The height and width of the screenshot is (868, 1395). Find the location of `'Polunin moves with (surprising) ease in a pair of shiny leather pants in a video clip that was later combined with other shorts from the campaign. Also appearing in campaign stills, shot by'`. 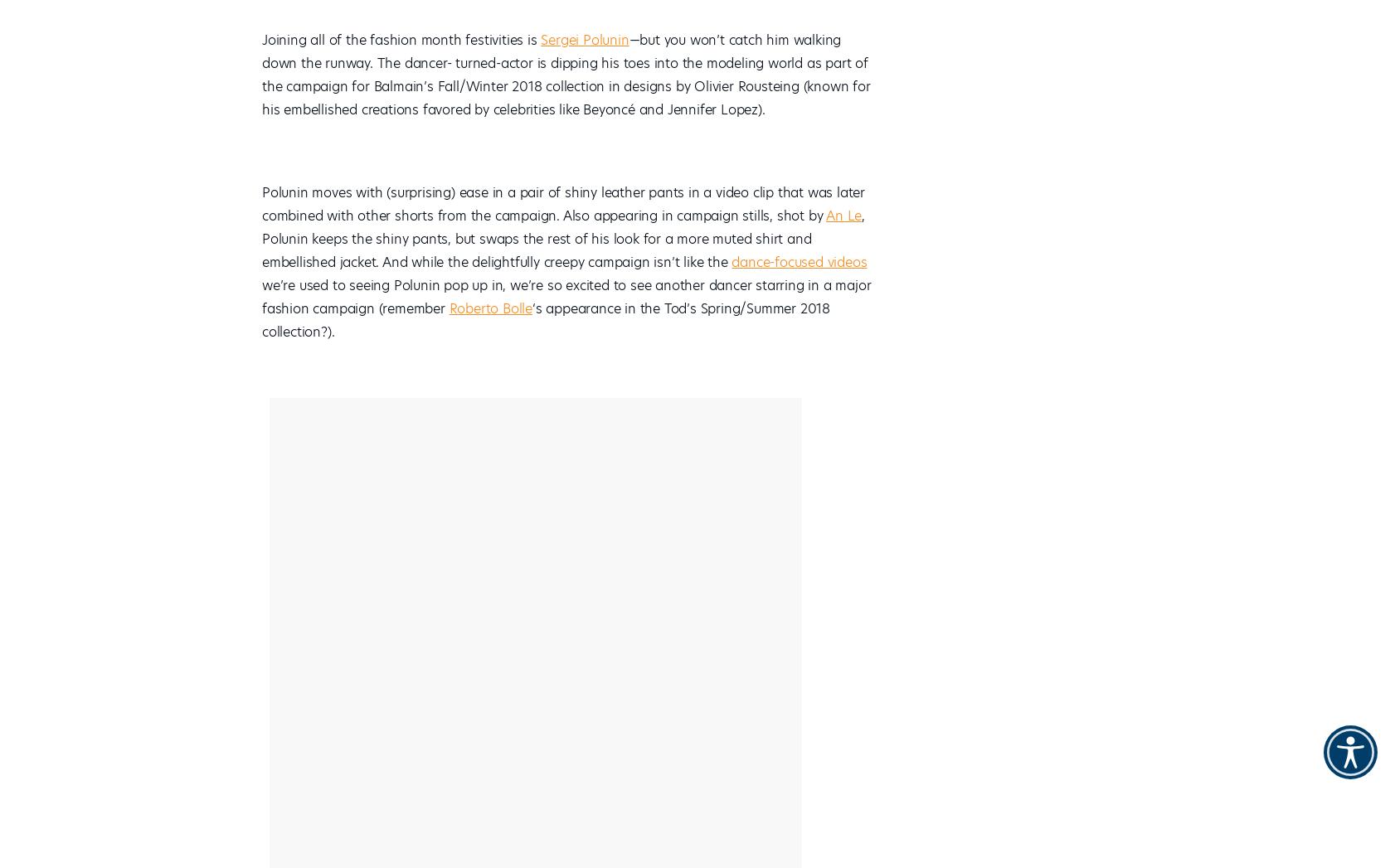

'Polunin moves with (surprising) ease in a pair of shiny leather pants in a video clip that was later combined with other shorts from the campaign. Also appearing in campaign stills, shot by' is located at coordinates (563, 204).